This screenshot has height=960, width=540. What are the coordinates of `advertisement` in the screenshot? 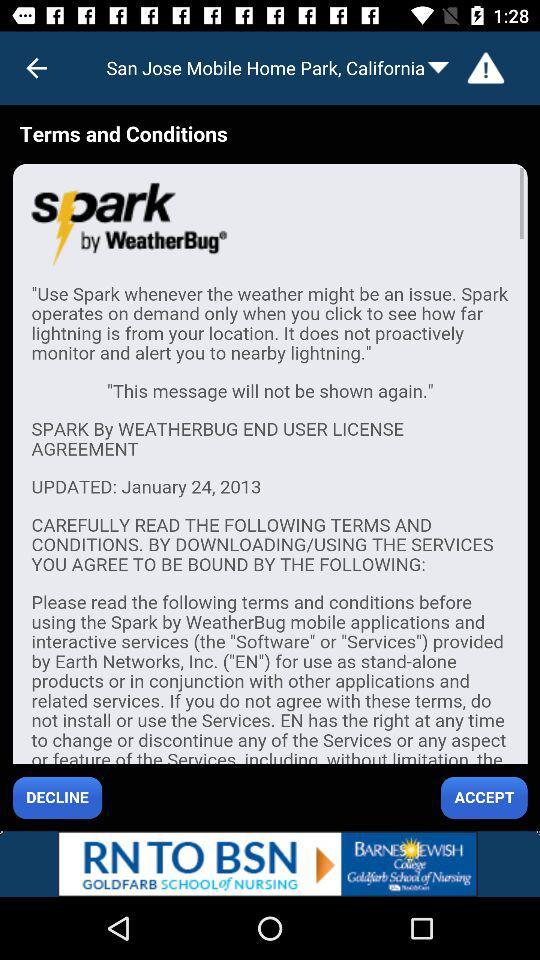 It's located at (270, 468).